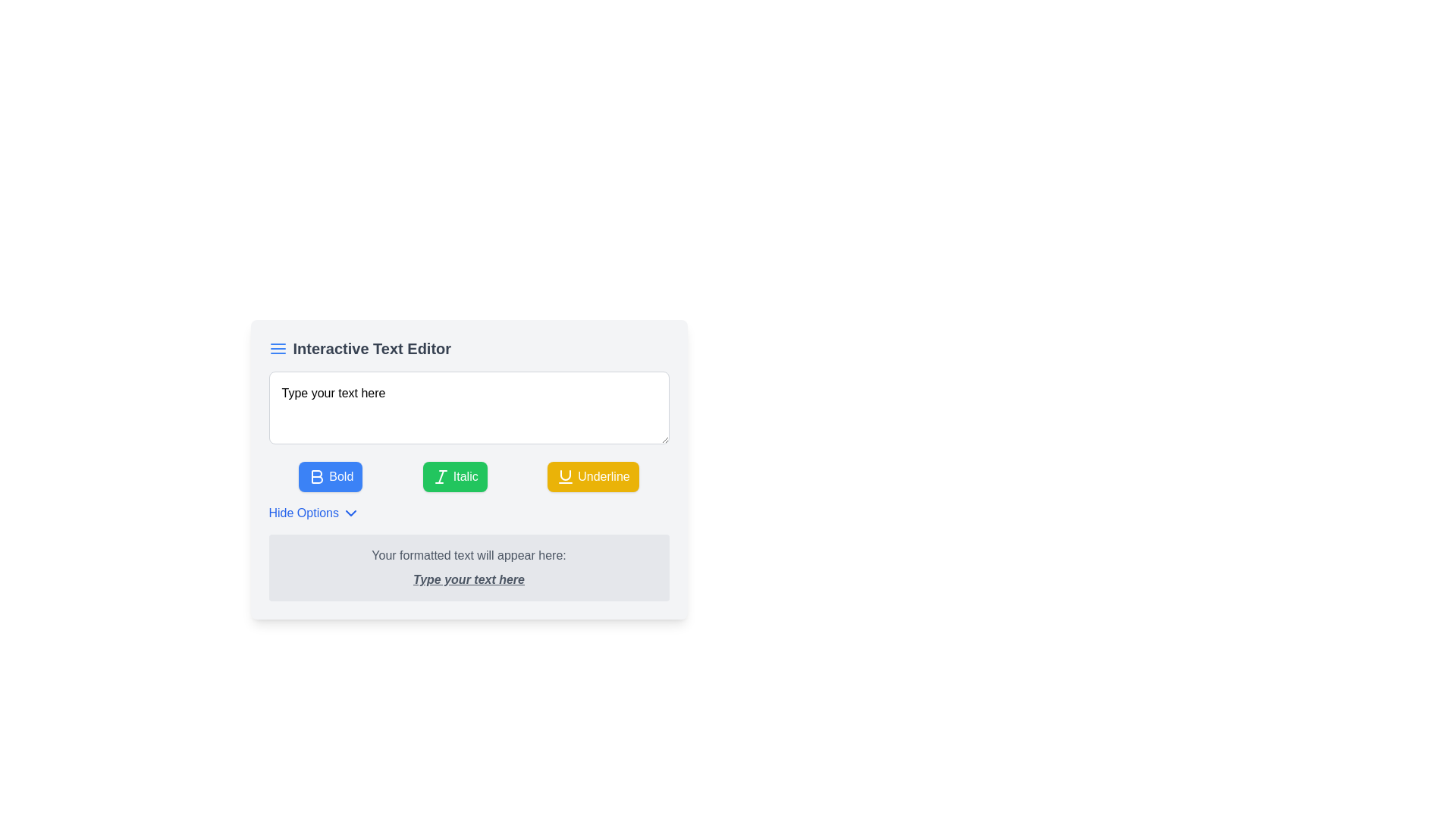 The width and height of the screenshot is (1456, 819). I want to click on the central vertical line of the italic styling icon, which is surrounded by a green circular background in the toolbar under the text input field, so click(440, 475).